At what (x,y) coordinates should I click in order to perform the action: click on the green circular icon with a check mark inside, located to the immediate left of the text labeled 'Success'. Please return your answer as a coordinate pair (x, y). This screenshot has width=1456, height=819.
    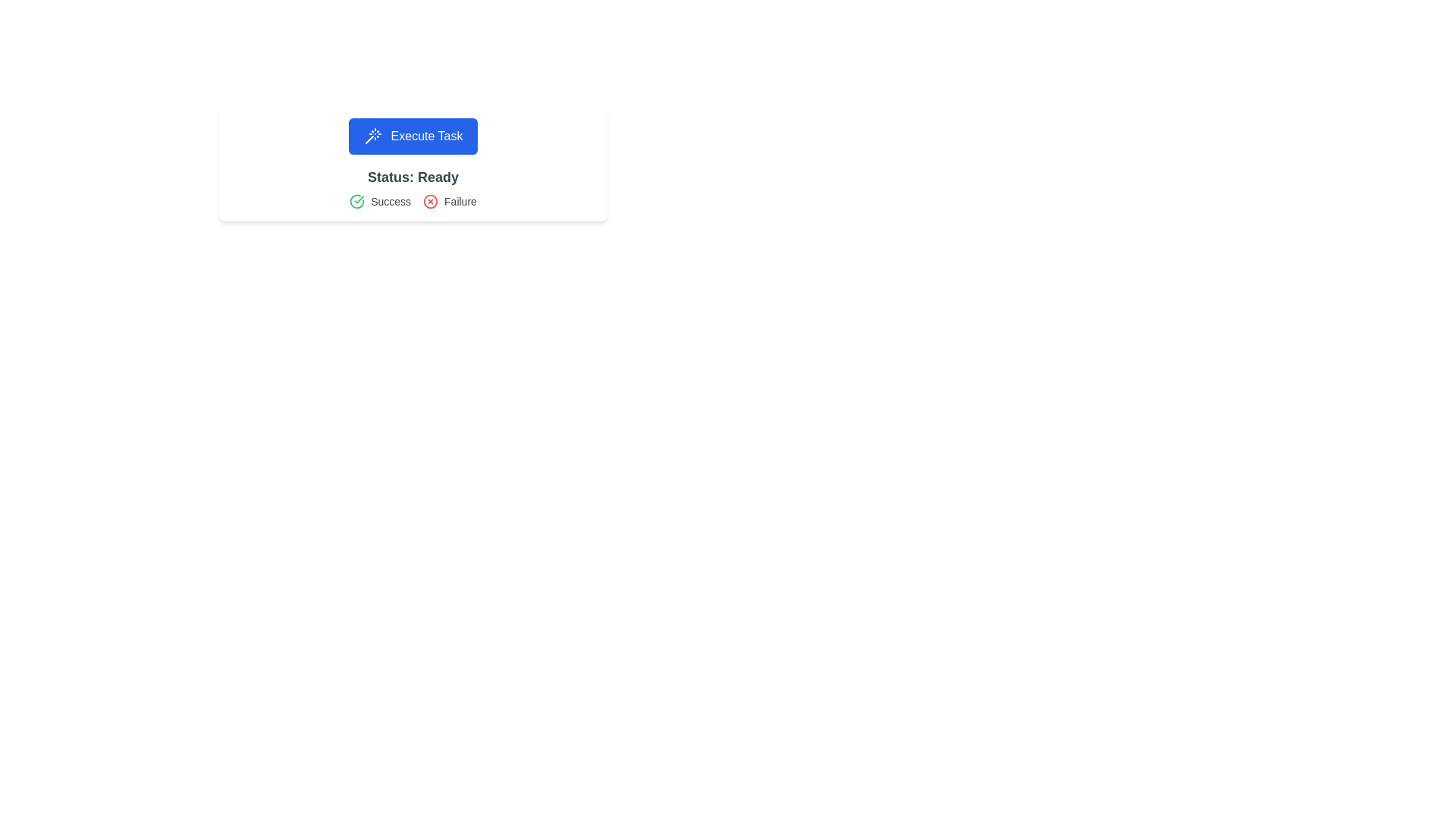
    Looking at the image, I should click on (356, 201).